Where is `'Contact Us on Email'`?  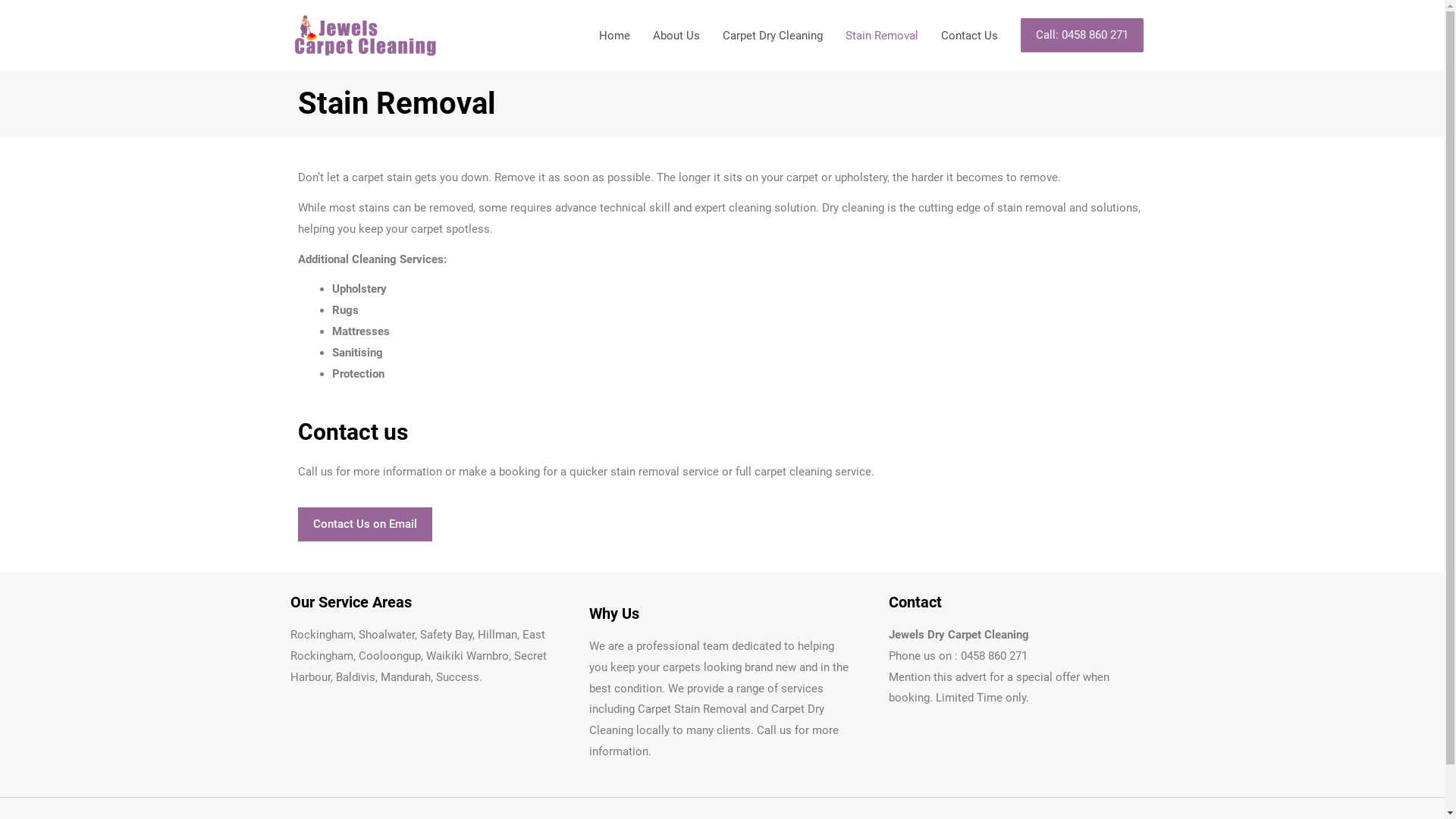
'Contact Us on Email' is located at coordinates (364, 523).